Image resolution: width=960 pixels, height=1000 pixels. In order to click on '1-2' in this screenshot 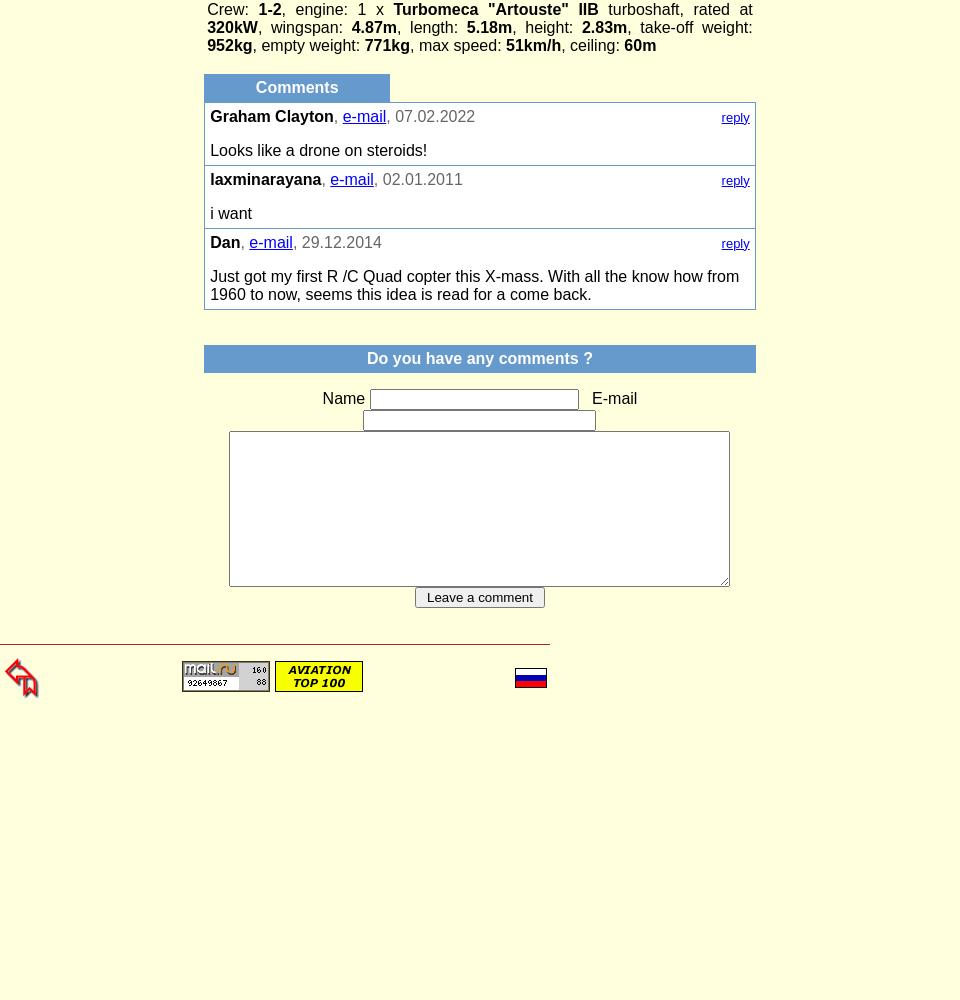, I will do `click(263, 9)`.